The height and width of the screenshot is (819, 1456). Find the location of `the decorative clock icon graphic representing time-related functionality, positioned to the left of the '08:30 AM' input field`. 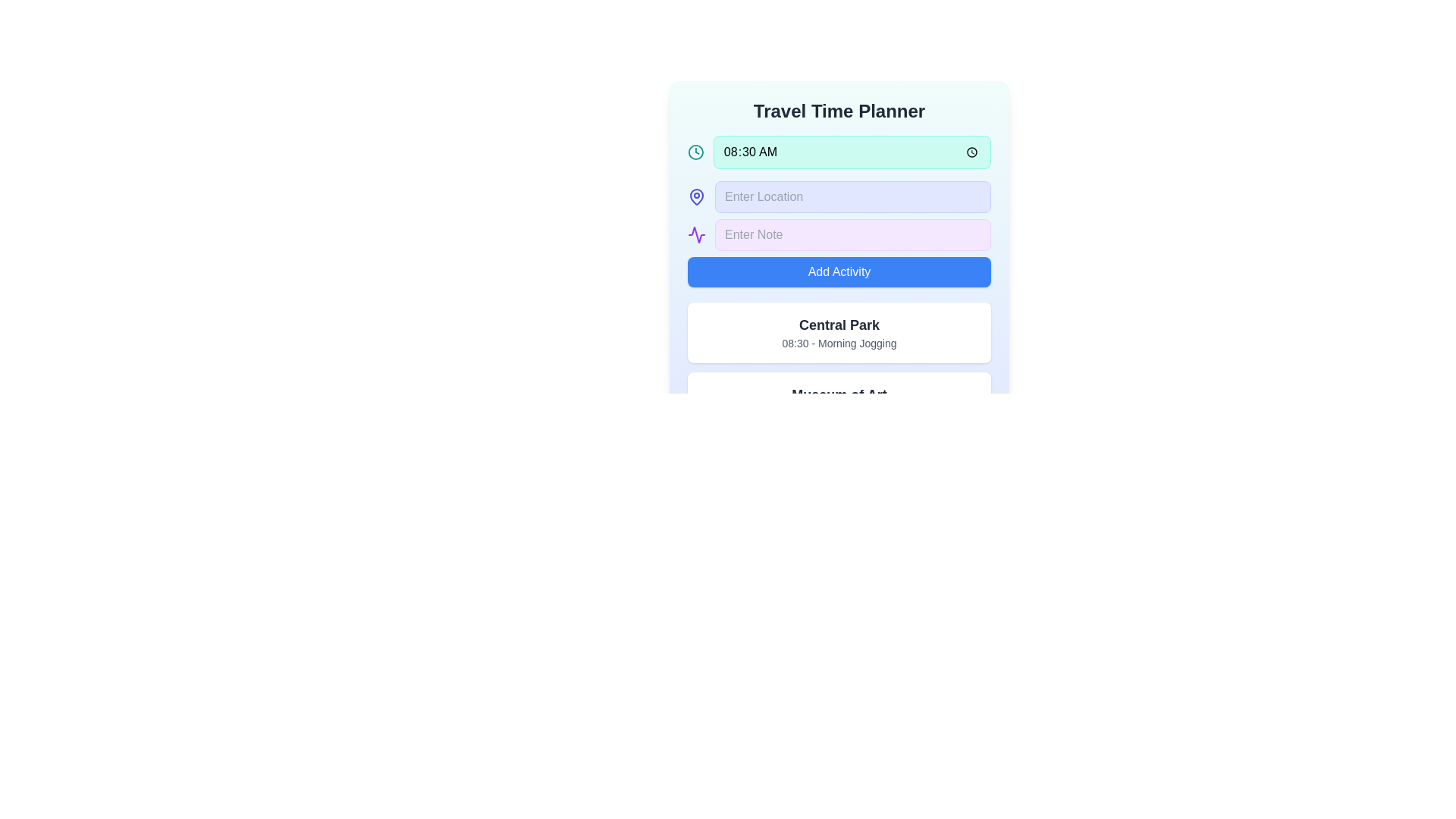

the decorative clock icon graphic representing time-related functionality, positioned to the left of the '08:30 AM' input field is located at coordinates (695, 152).